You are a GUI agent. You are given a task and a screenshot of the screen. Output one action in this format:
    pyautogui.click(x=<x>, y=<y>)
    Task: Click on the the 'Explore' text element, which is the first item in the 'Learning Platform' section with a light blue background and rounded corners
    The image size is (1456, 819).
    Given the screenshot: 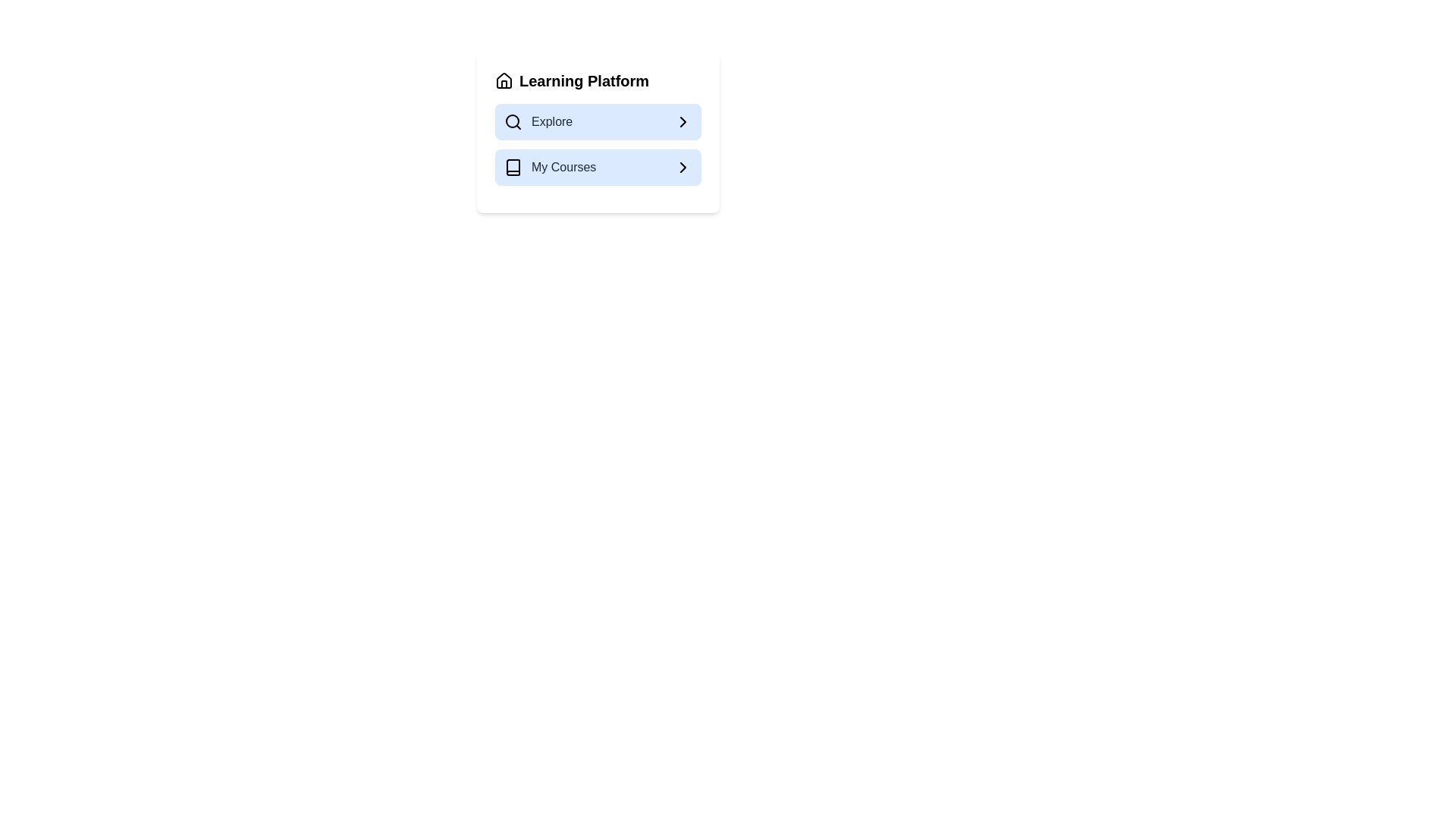 What is the action you would take?
    pyautogui.click(x=538, y=121)
    